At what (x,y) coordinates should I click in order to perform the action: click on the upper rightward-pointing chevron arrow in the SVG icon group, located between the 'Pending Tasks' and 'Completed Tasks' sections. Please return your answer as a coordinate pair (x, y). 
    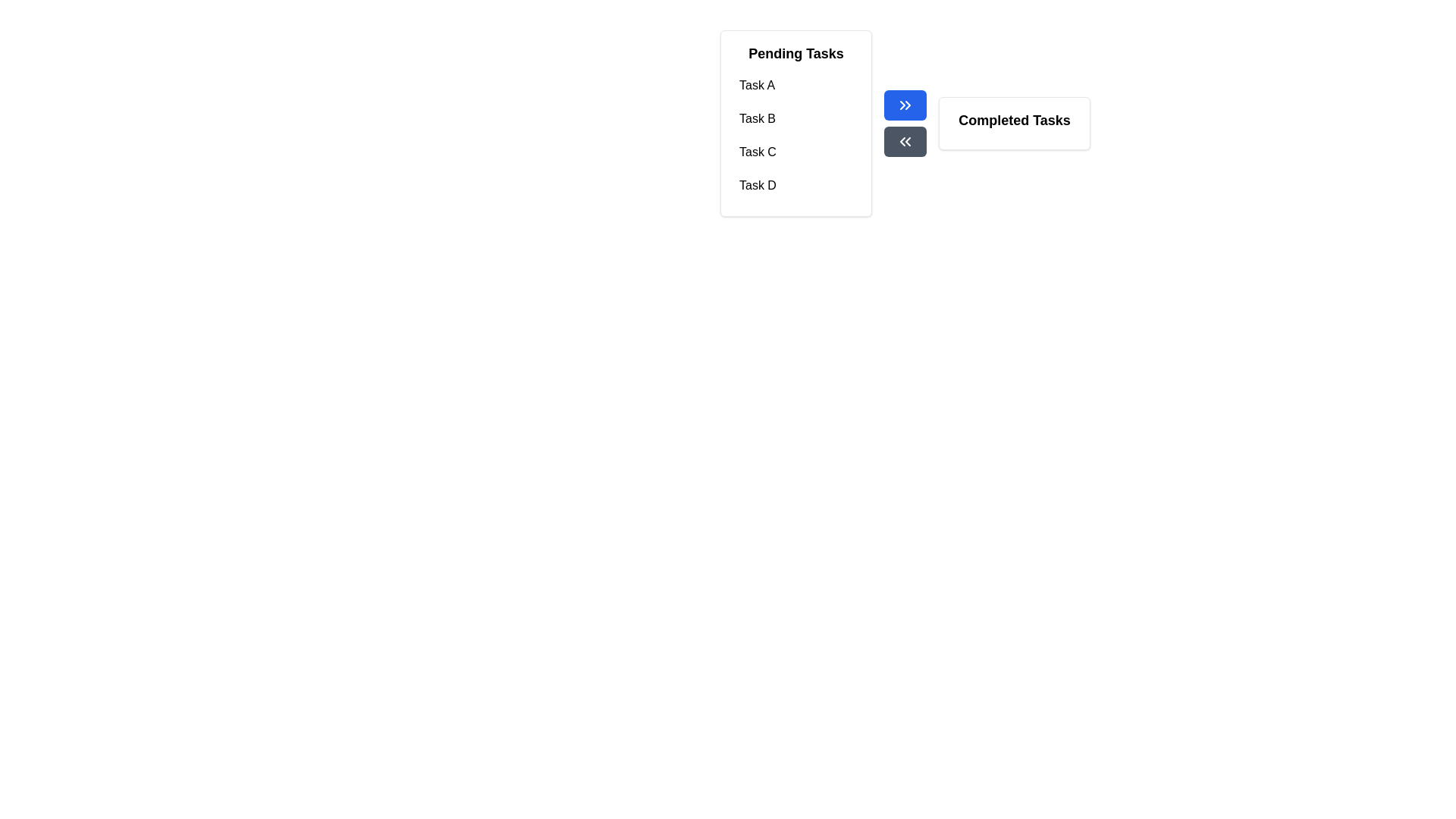
    Looking at the image, I should click on (902, 104).